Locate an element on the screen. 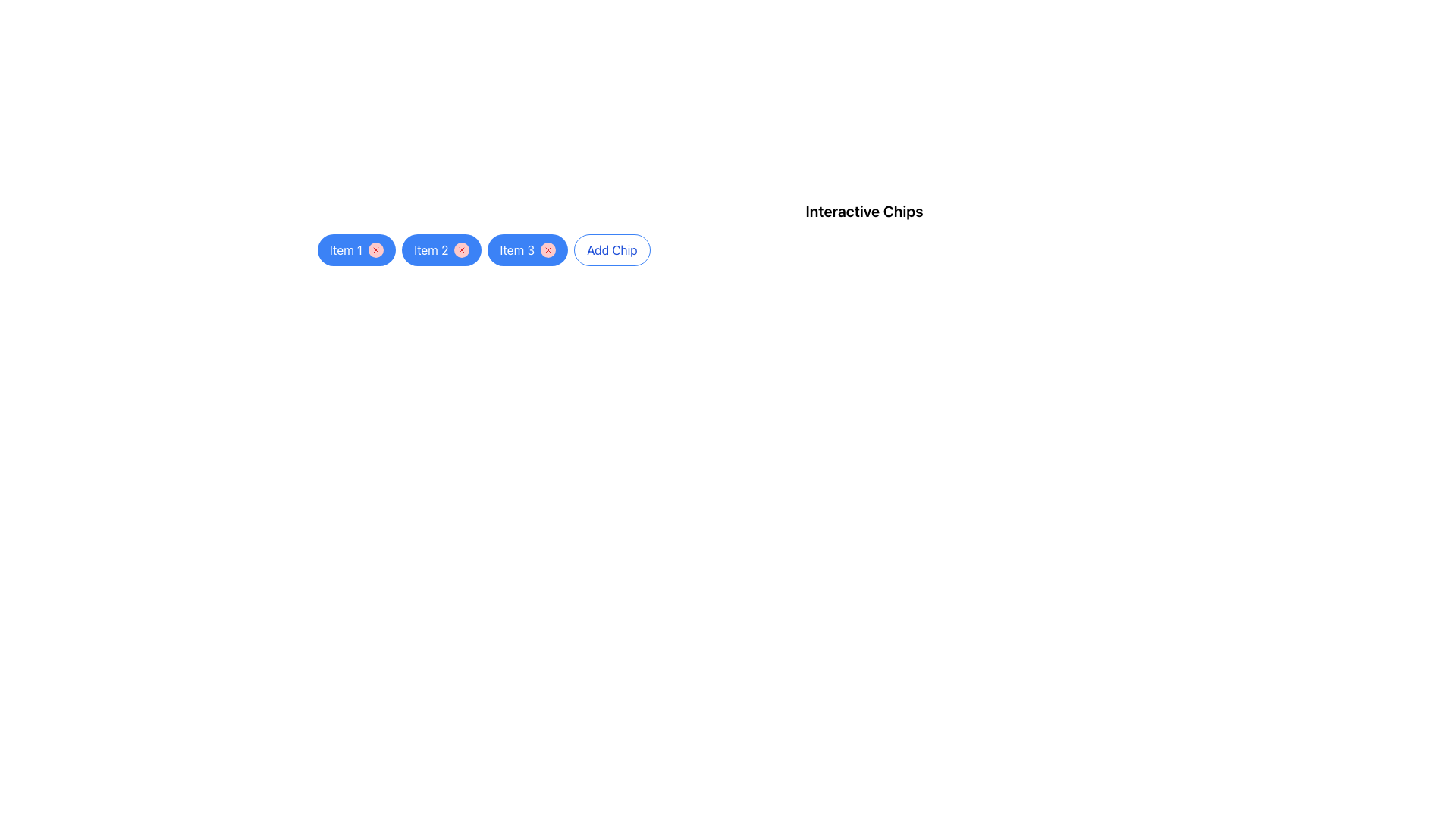 Image resolution: width=1456 pixels, height=819 pixels. the button located at the bottom-right corner of the group of buttons, which is used to add a new chip or similar object to a list is located at coordinates (612, 249).